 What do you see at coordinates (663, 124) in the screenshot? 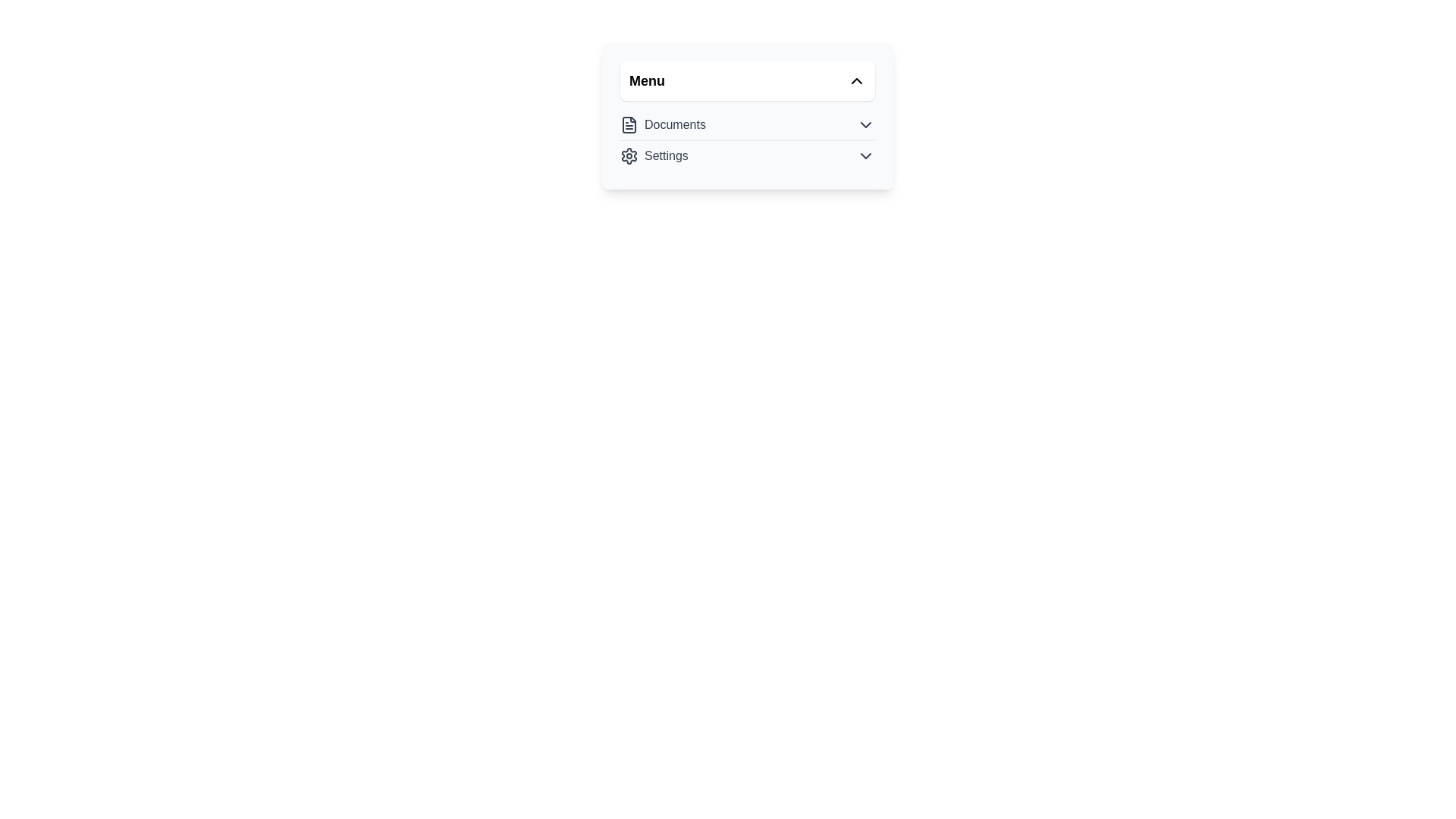
I see `the 'Documents' navigation link, which features a document icon and is the first item in the menu under 'Menu', positioned above 'Settings'` at bounding box center [663, 124].